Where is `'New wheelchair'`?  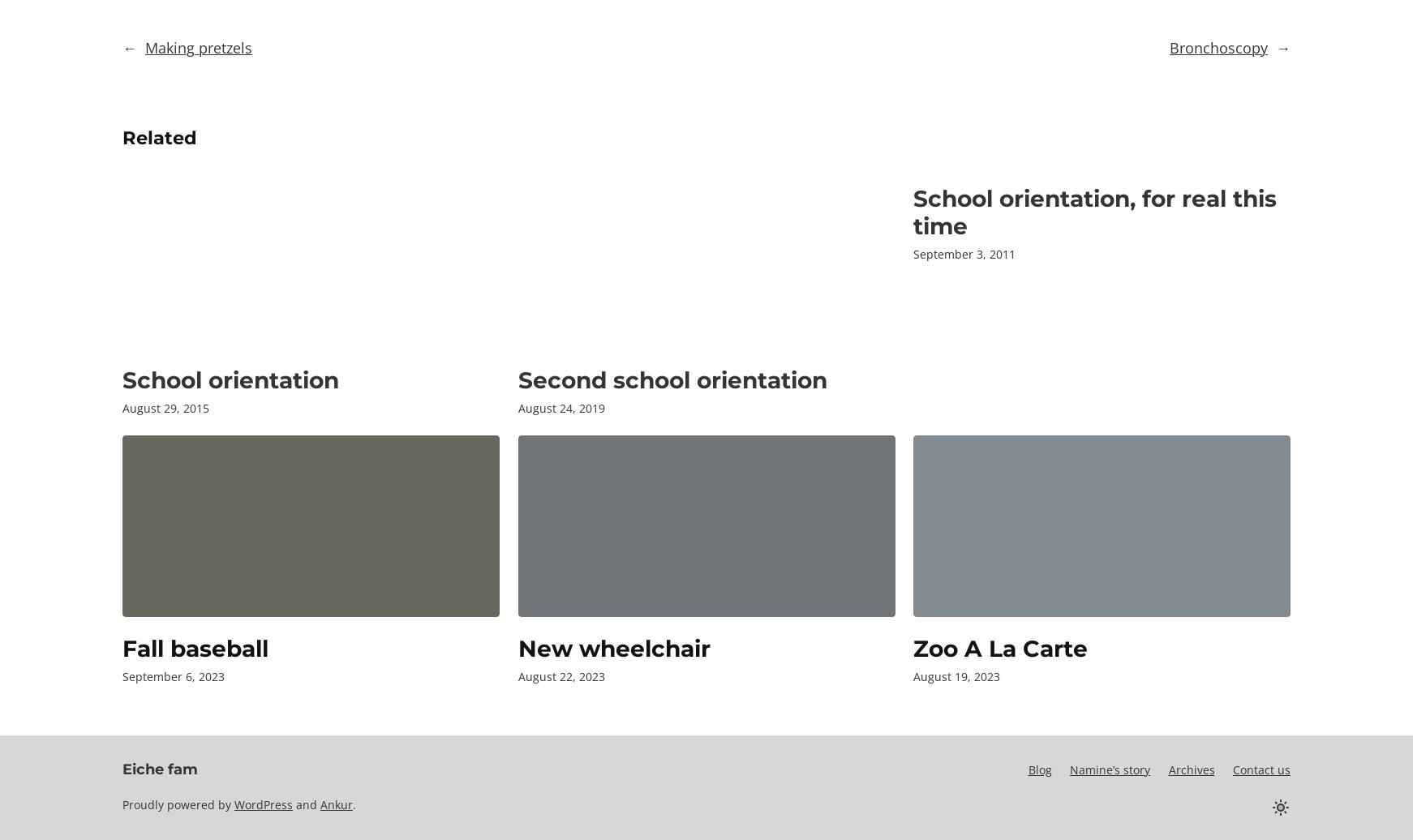 'New wheelchair' is located at coordinates (613, 647).